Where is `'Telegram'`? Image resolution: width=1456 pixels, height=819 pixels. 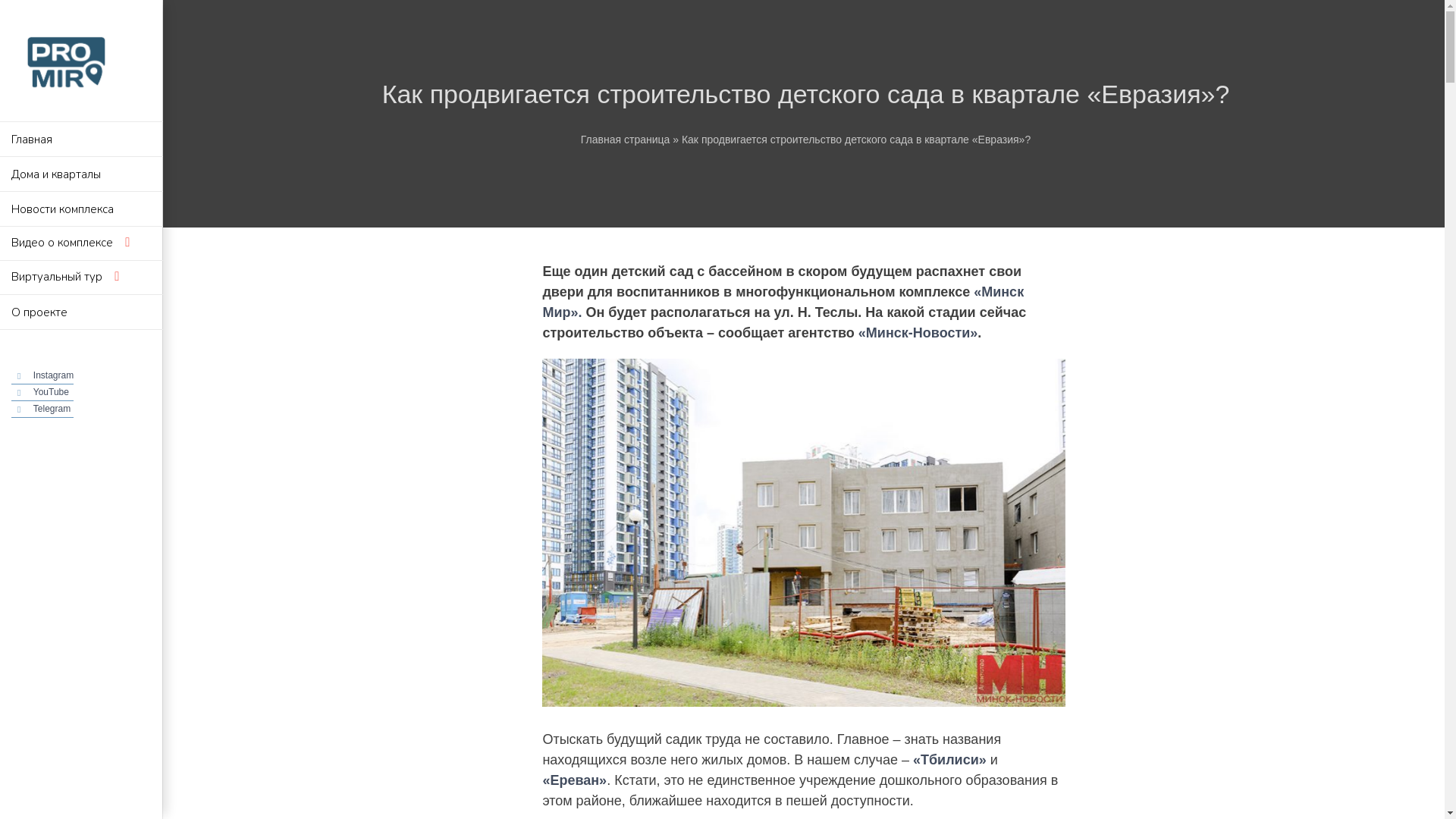 'Telegram' is located at coordinates (33, 408).